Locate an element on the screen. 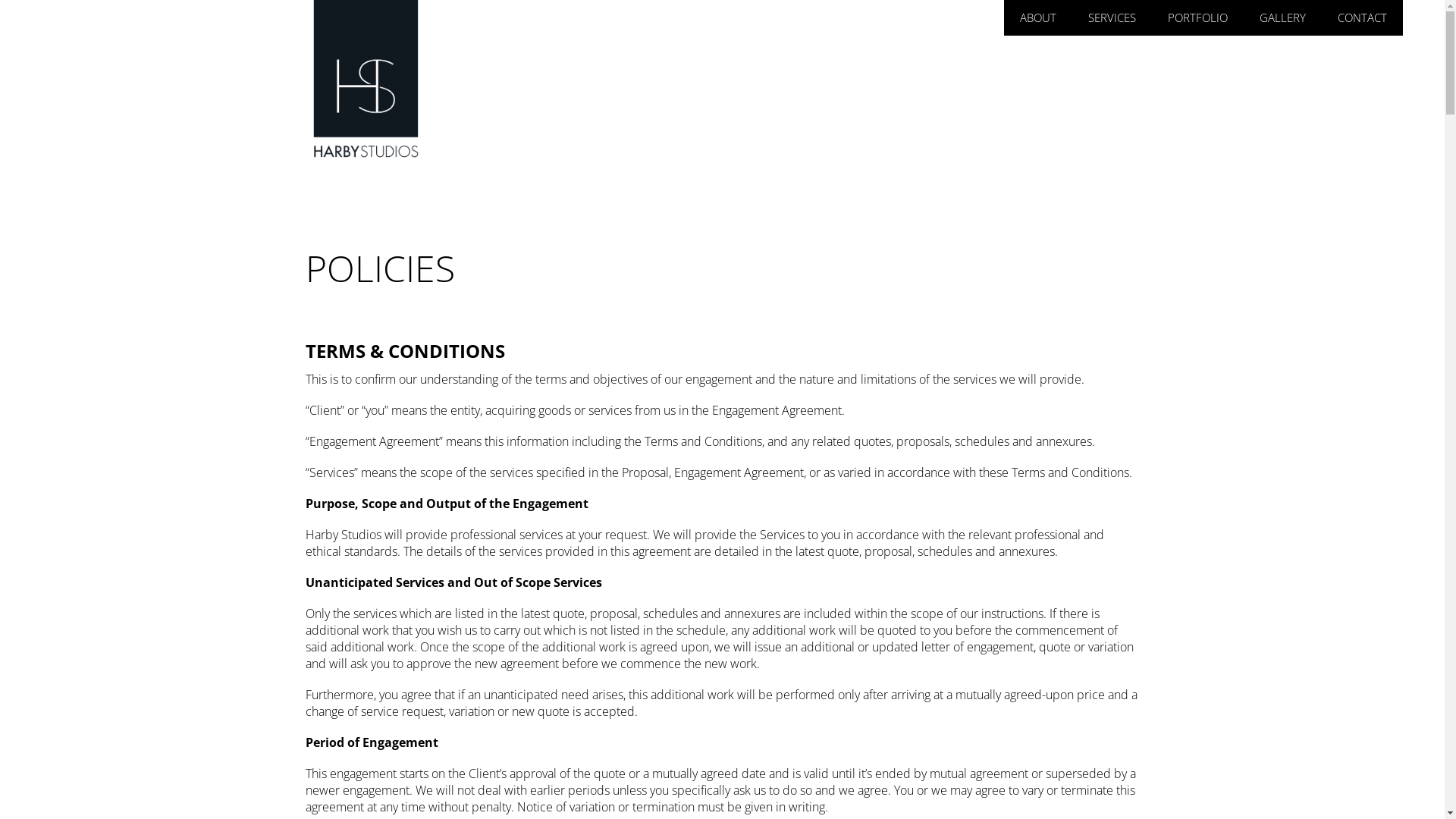 This screenshot has height=819, width=1456. 'PORTFOLIO' is located at coordinates (1197, 17).